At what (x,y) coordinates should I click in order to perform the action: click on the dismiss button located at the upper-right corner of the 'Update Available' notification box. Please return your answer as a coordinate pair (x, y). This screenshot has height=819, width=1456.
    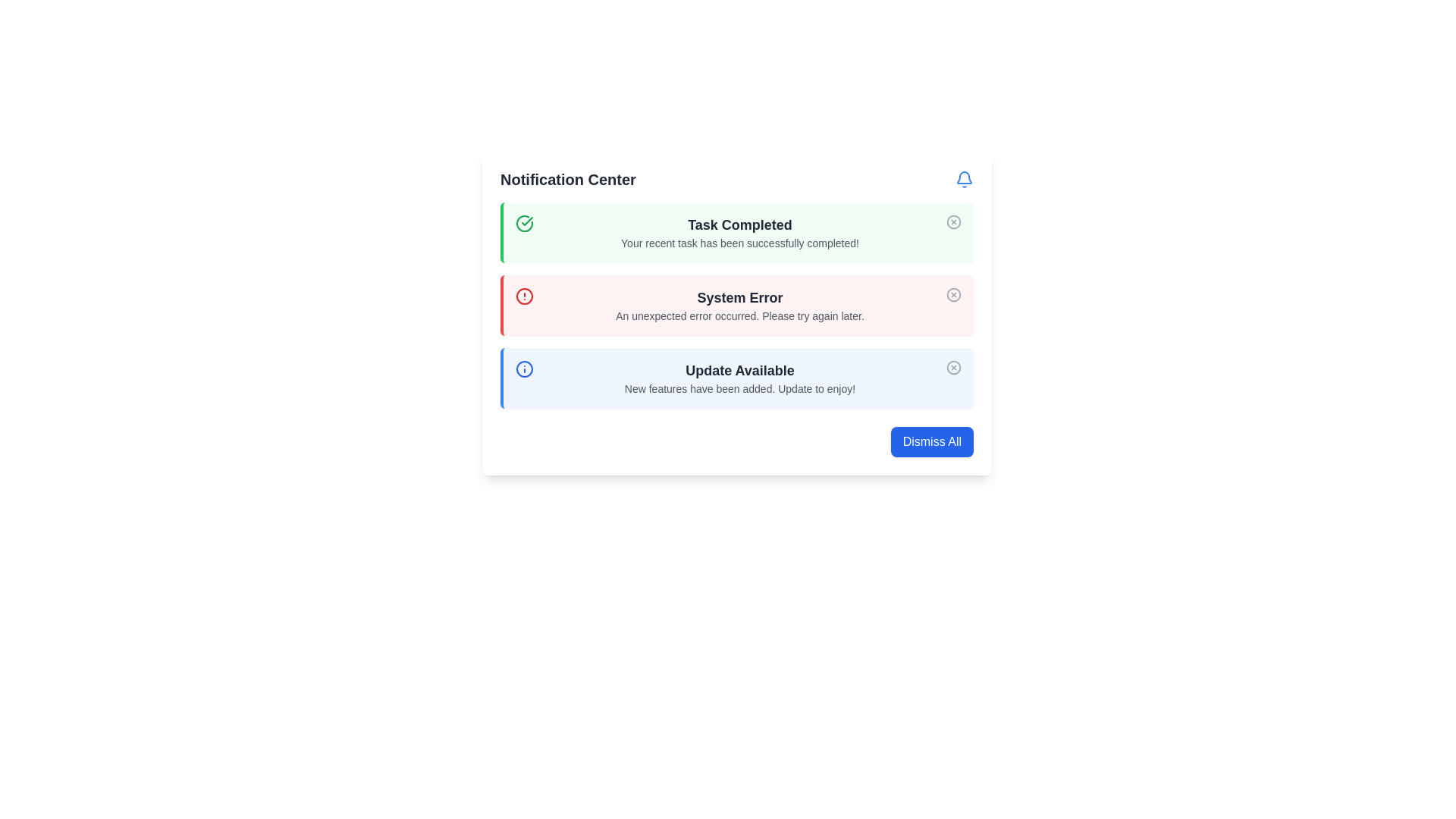
    Looking at the image, I should click on (952, 368).